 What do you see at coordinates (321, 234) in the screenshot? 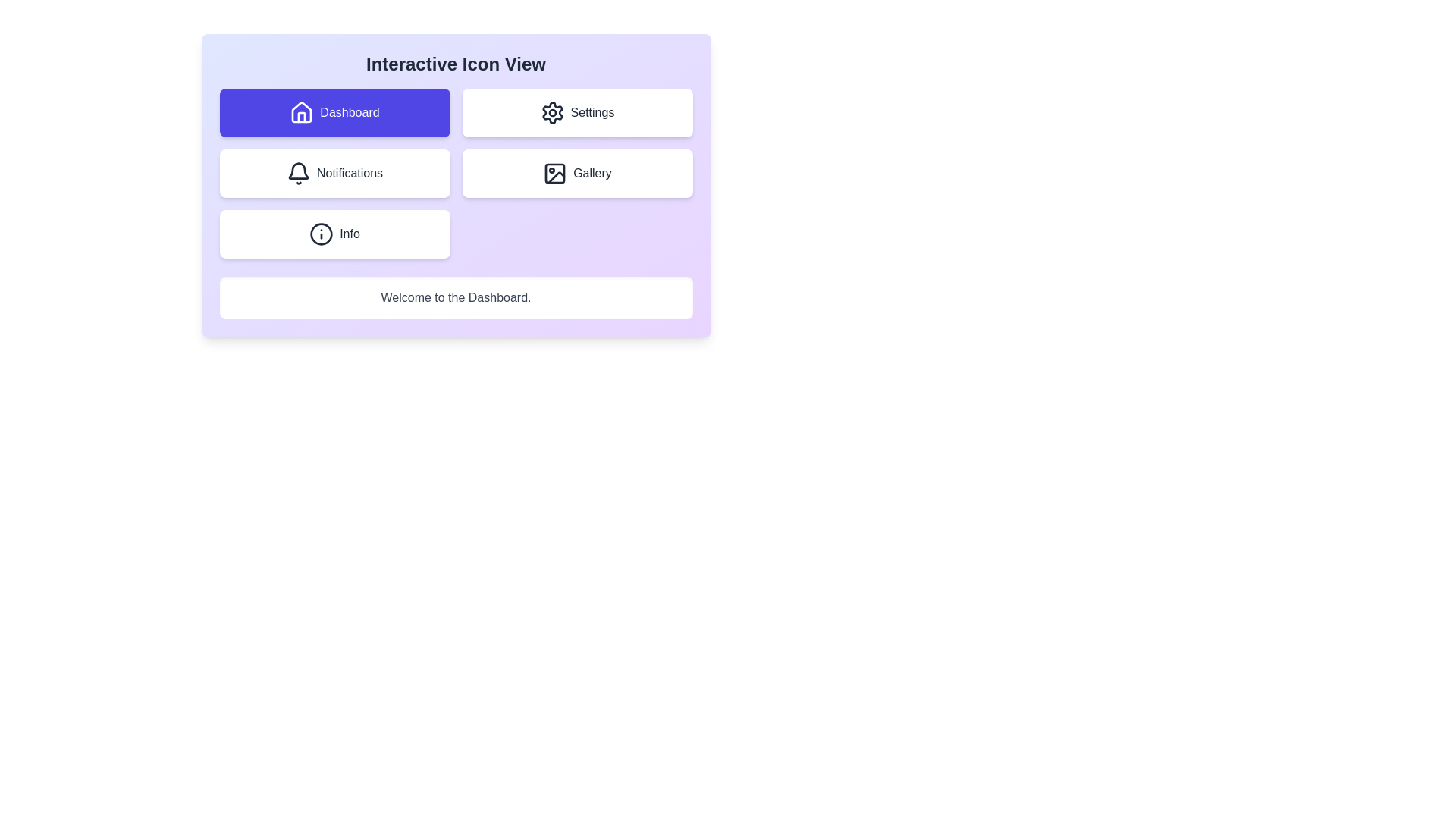
I see `the circular component of the 'Info' icon located in the third button from the top-left in the grid layout` at bounding box center [321, 234].